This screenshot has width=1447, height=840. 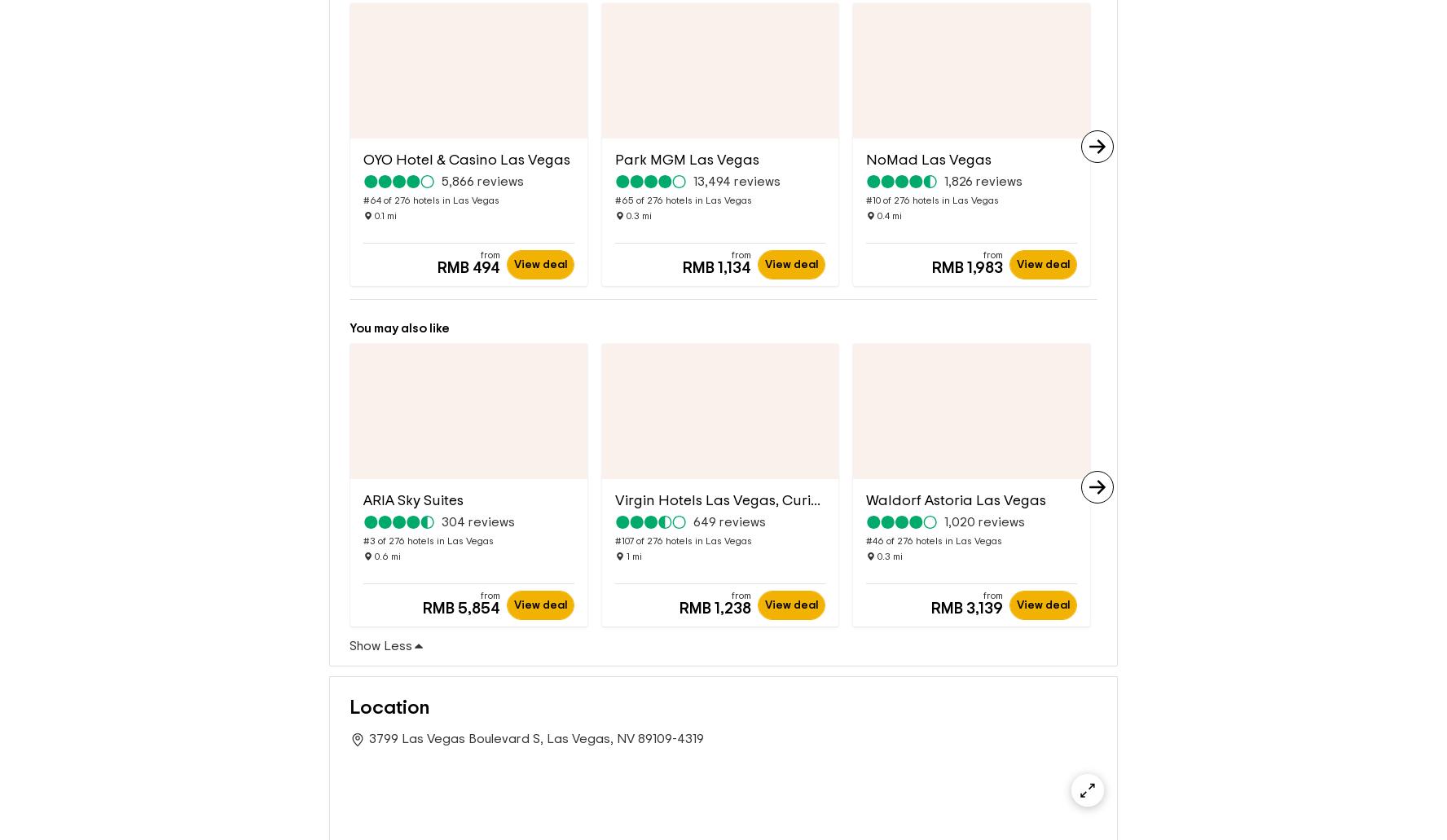 I want to click on '#64 of 276 hotels in Las Vegas', so click(x=362, y=174).